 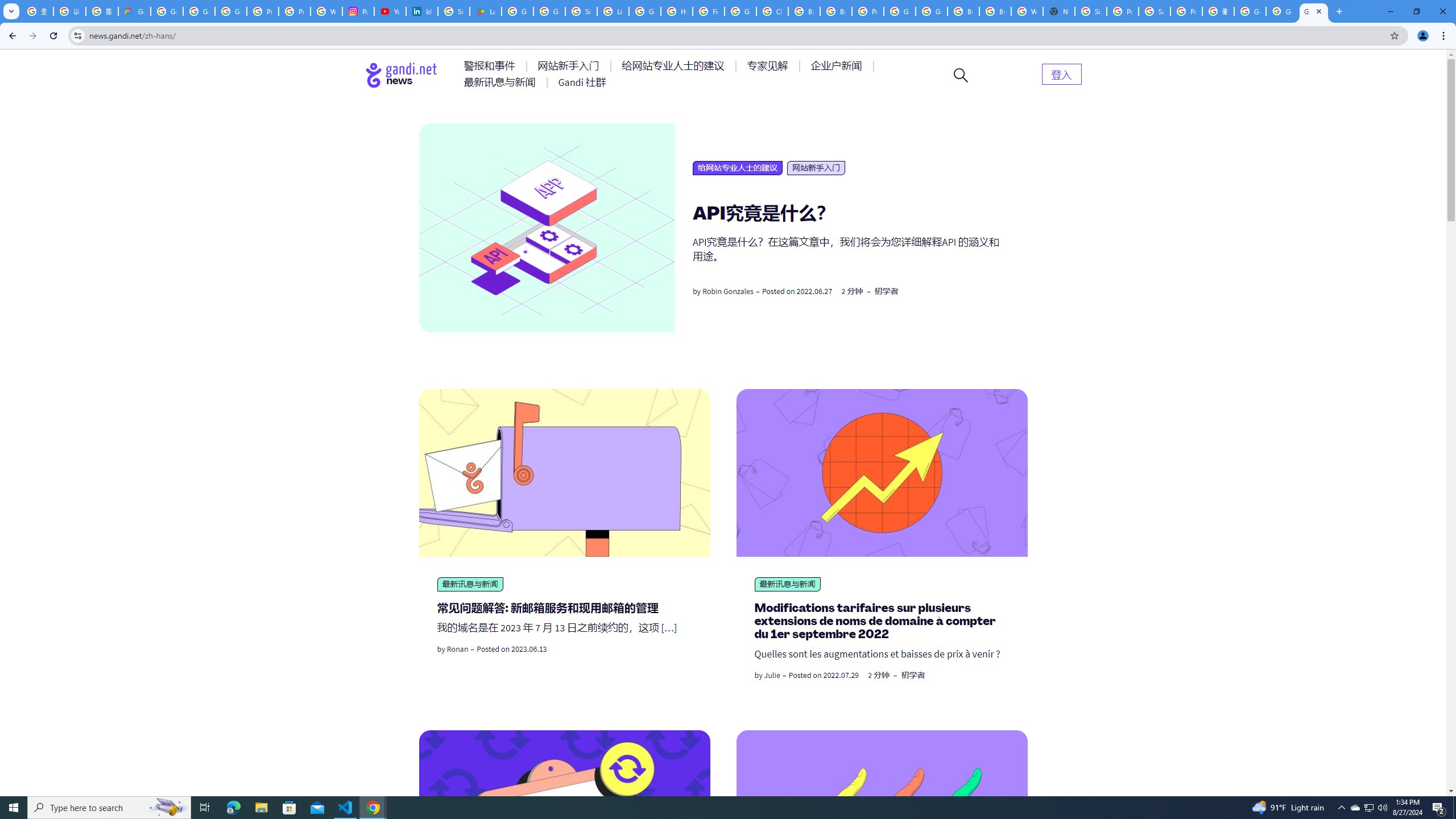 What do you see at coordinates (899, 11) in the screenshot?
I see `'Google Cloud Platform'` at bounding box center [899, 11].